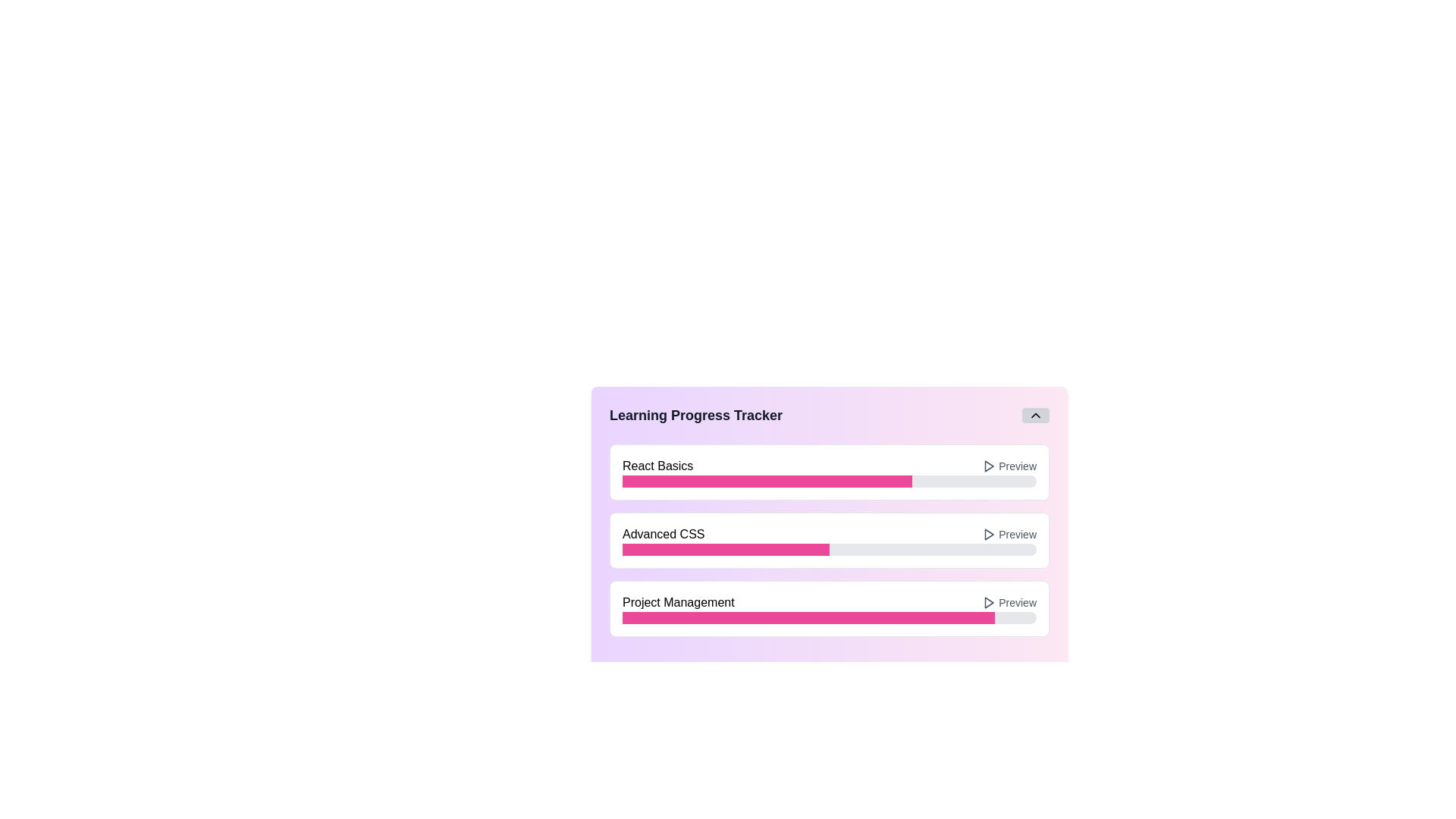  I want to click on the 'Advanced CSS' list item which includes a progress bar and a 'Preview' button in the progress tracker interface, so click(829, 534).